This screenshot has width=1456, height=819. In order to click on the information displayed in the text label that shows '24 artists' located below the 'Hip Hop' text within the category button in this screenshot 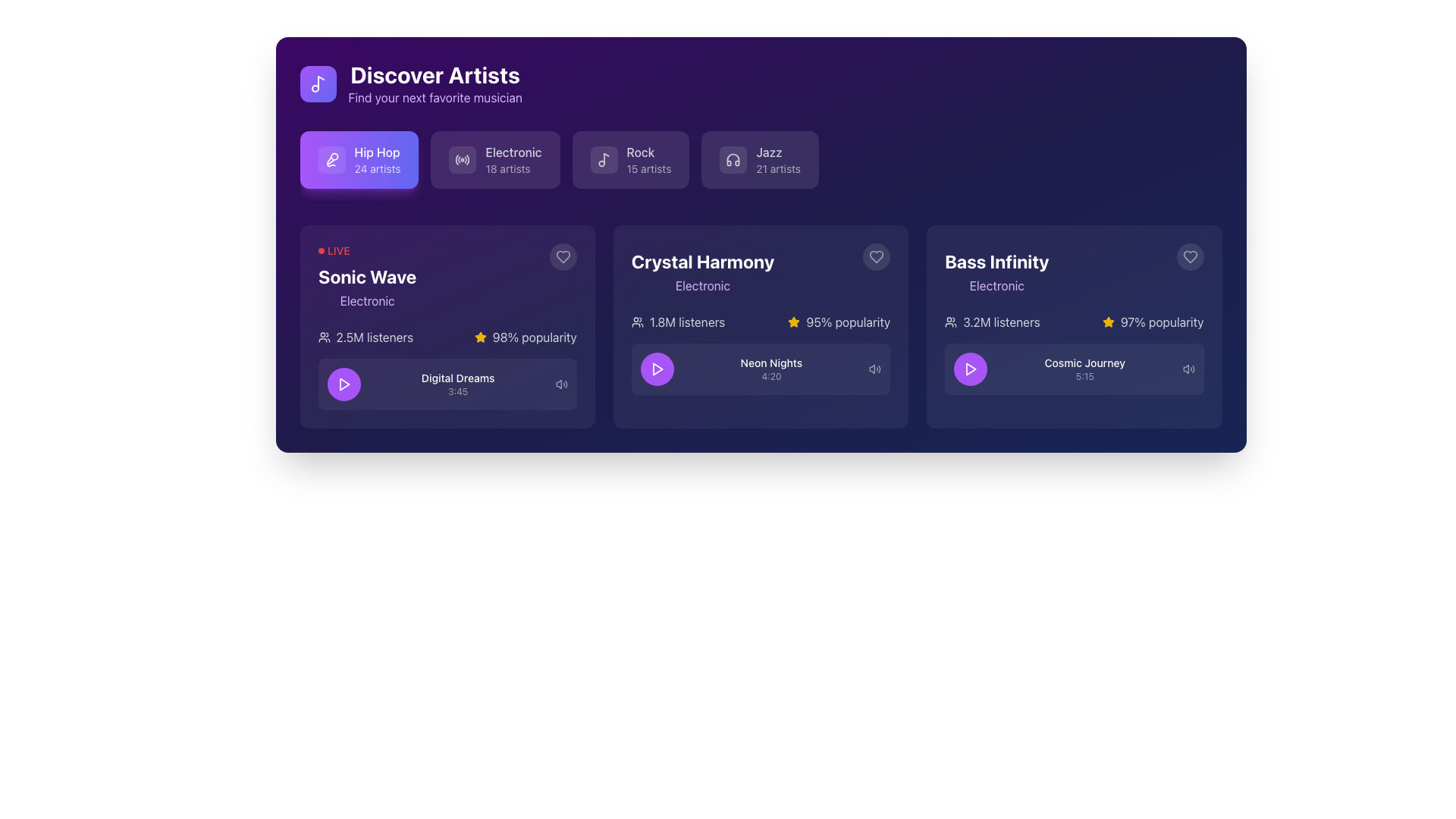, I will do `click(378, 169)`.